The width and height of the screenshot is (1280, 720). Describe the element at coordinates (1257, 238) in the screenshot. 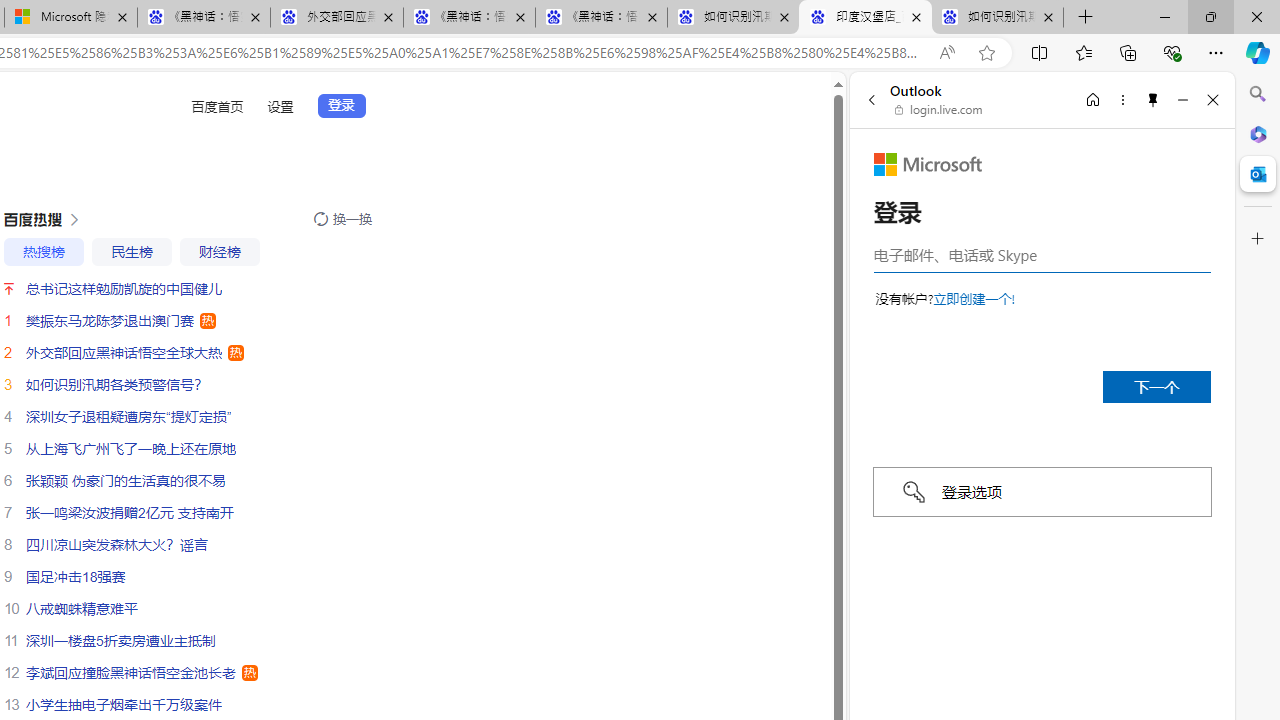

I see `'Customize'` at that location.